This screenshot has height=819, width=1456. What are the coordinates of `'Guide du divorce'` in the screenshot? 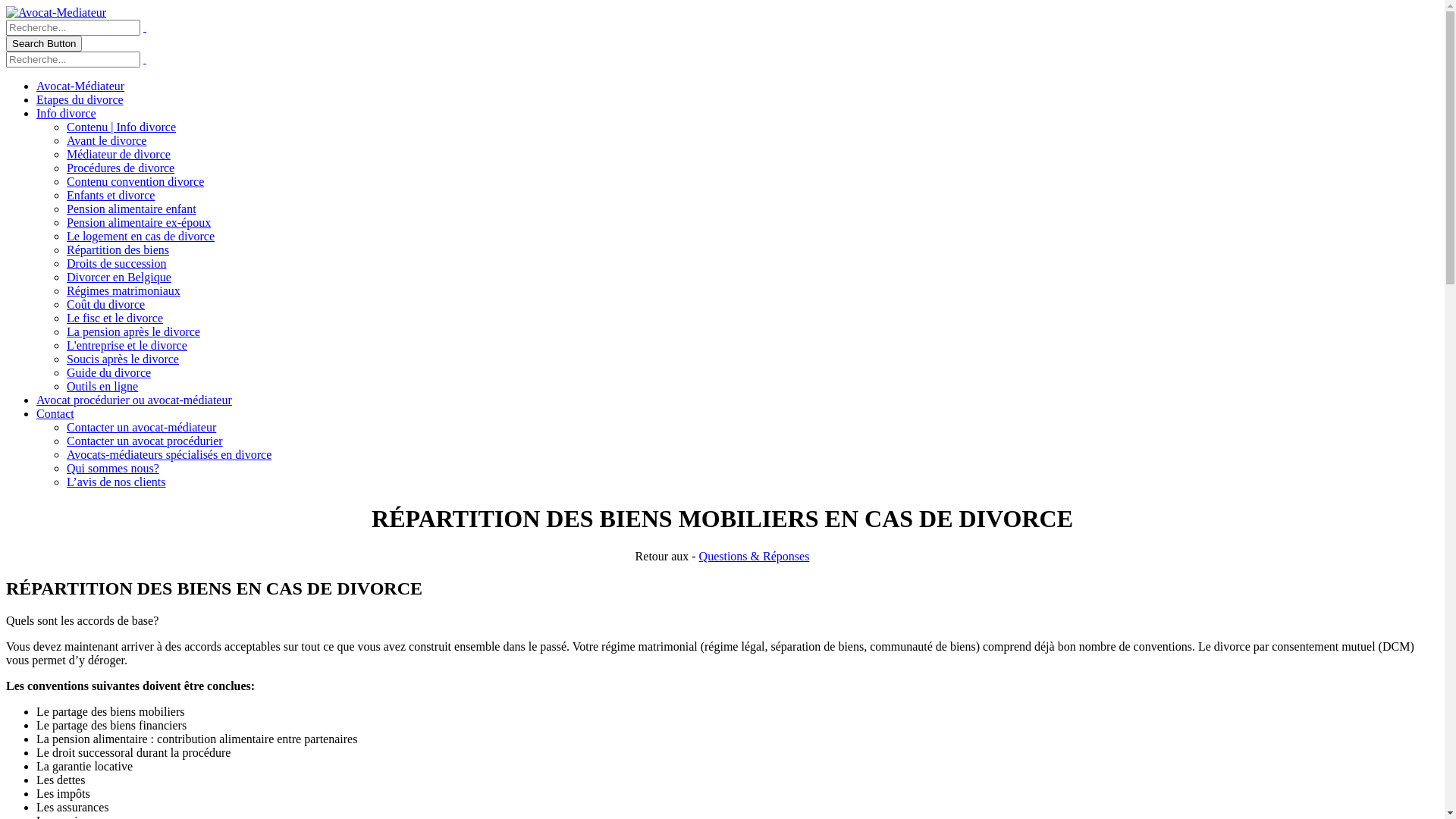 It's located at (108, 372).